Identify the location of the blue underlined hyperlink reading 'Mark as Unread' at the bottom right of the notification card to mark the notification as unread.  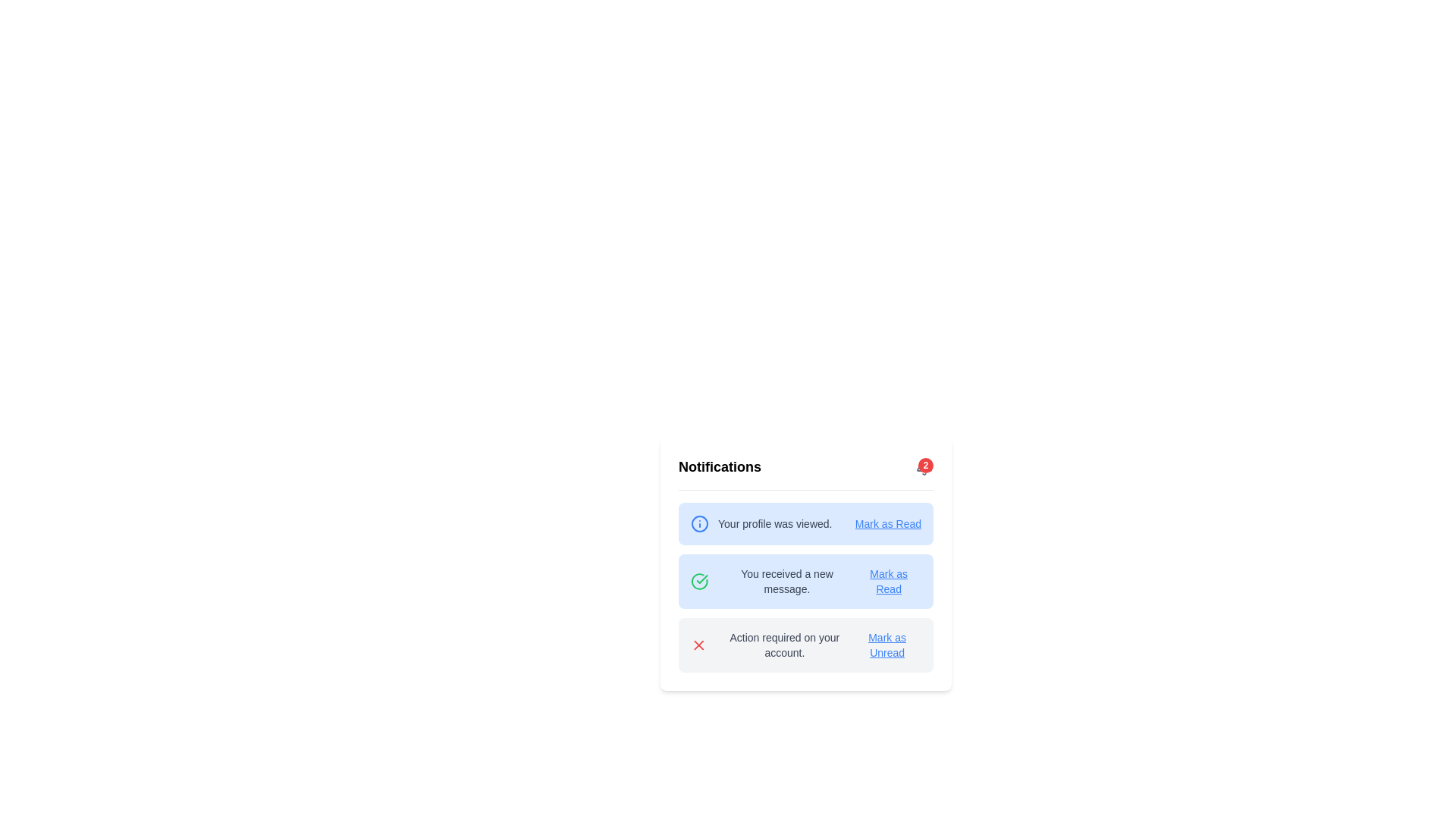
(887, 645).